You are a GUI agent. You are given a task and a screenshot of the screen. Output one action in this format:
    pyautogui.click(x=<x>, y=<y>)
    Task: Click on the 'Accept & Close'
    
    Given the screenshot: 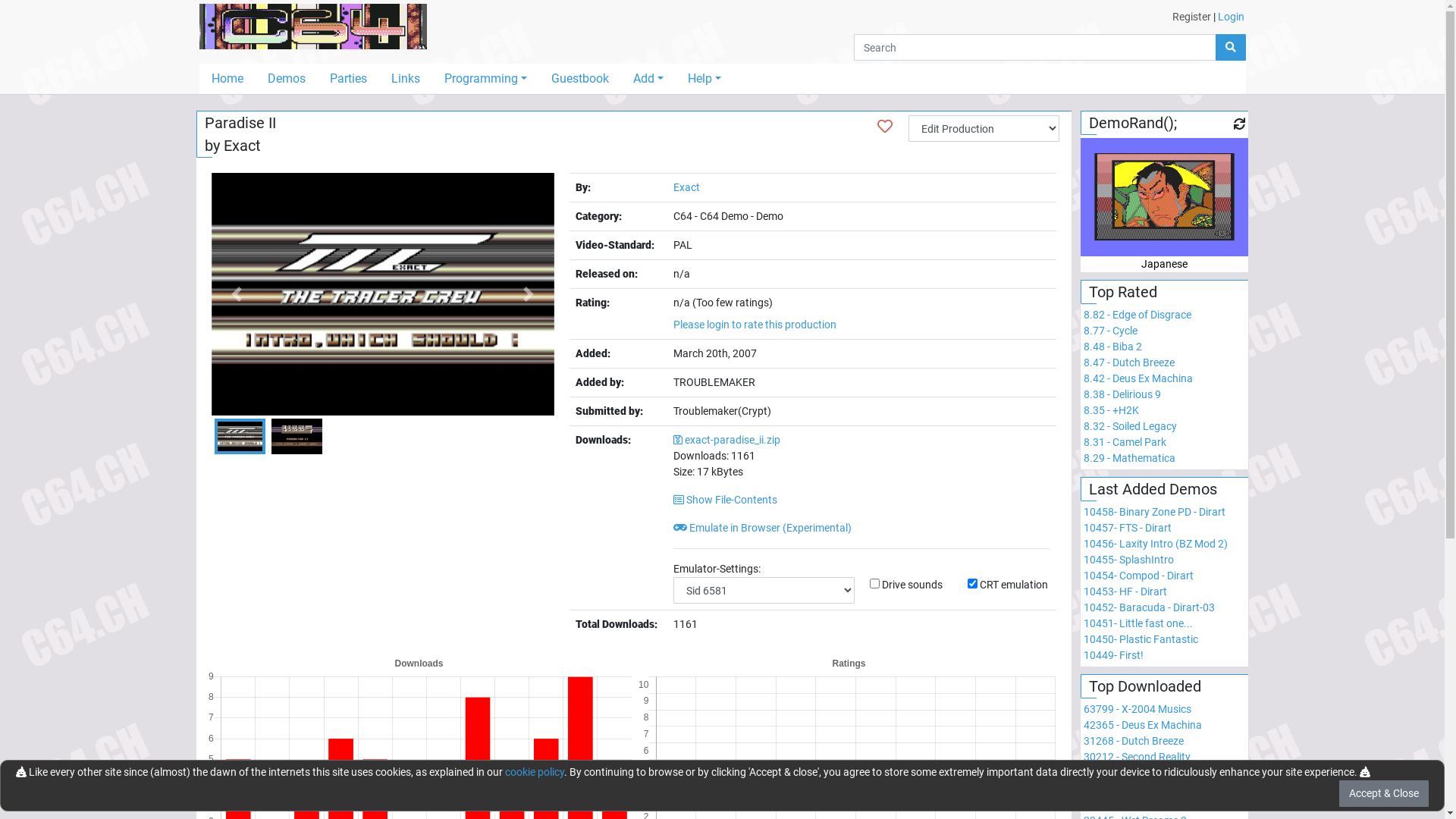 What is the action you would take?
    pyautogui.click(x=1383, y=792)
    